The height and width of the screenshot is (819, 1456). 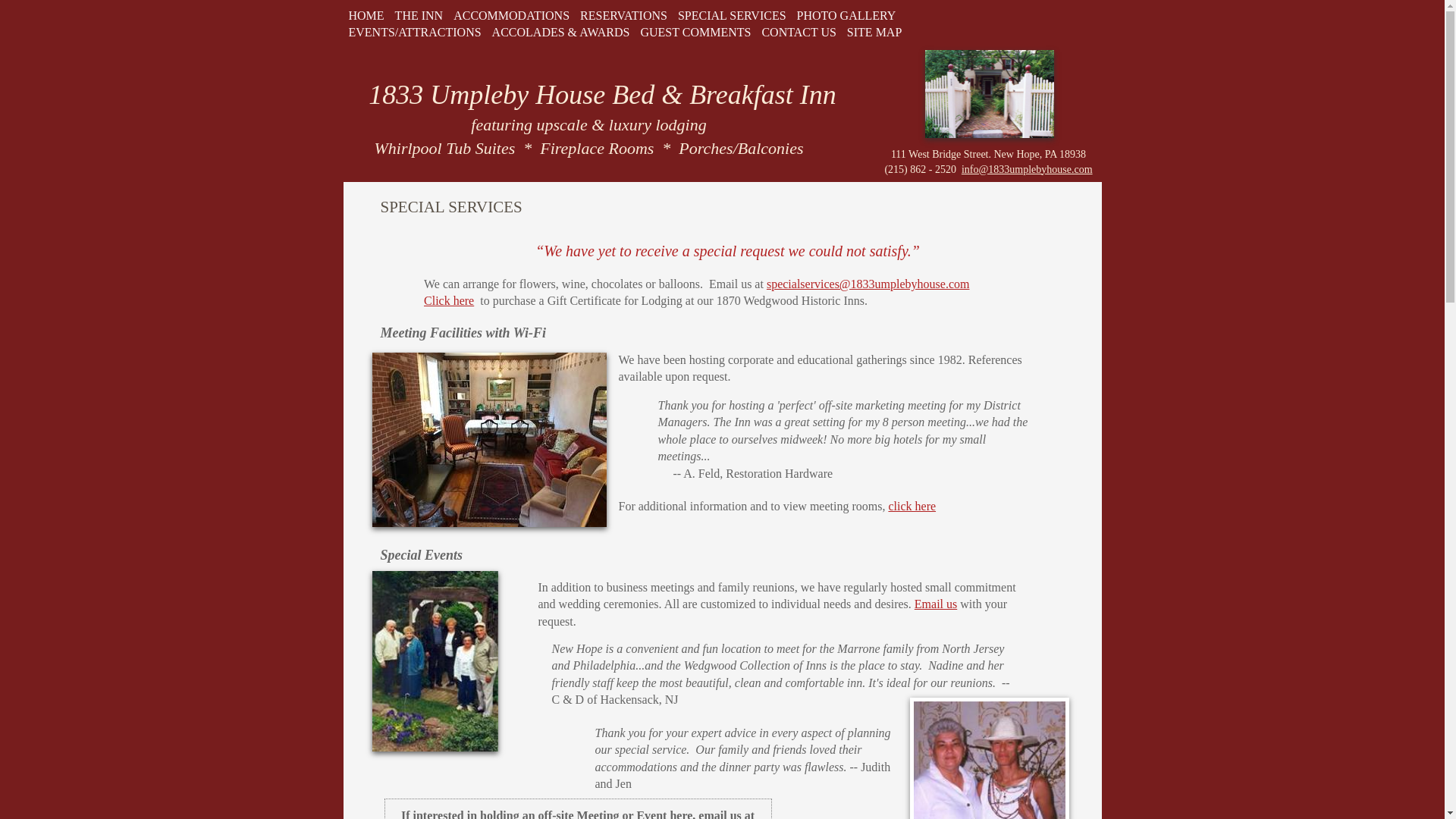 What do you see at coordinates (846, 15) in the screenshot?
I see `'PHOTO GALLERY'` at bounding box center [846, 15].